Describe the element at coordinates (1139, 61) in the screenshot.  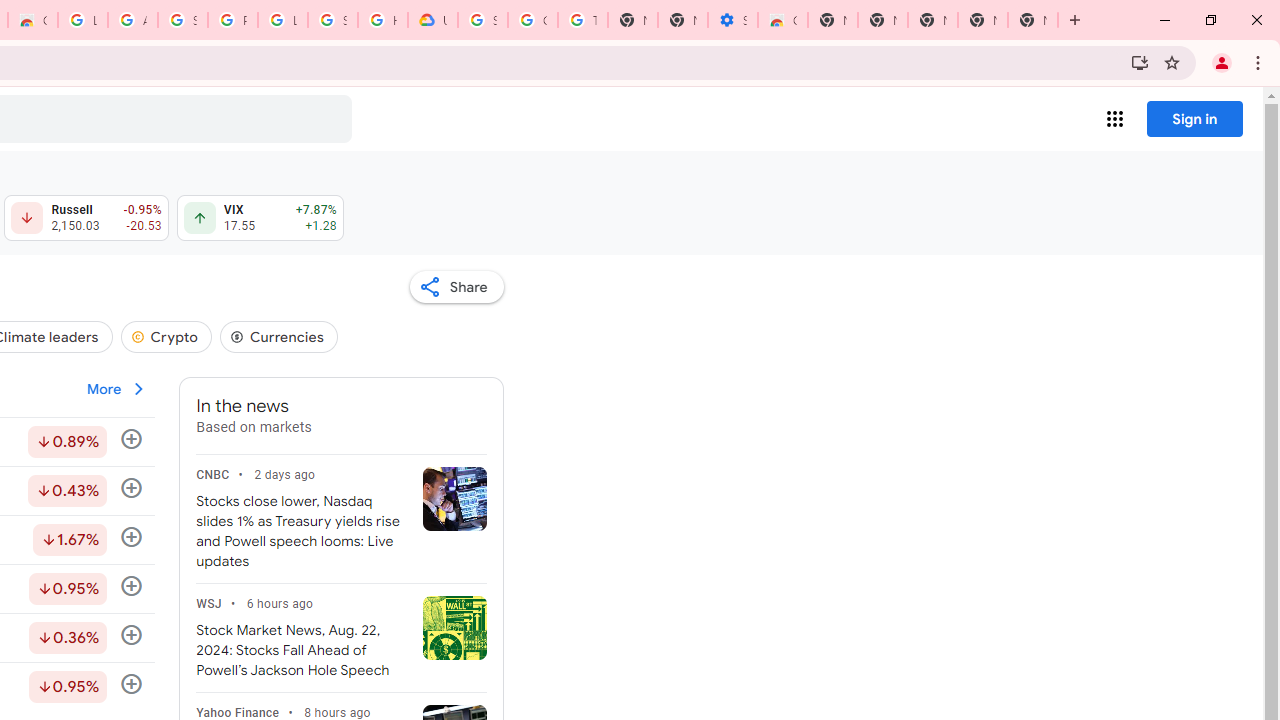
I see `'Install Google Finance'` at that location.